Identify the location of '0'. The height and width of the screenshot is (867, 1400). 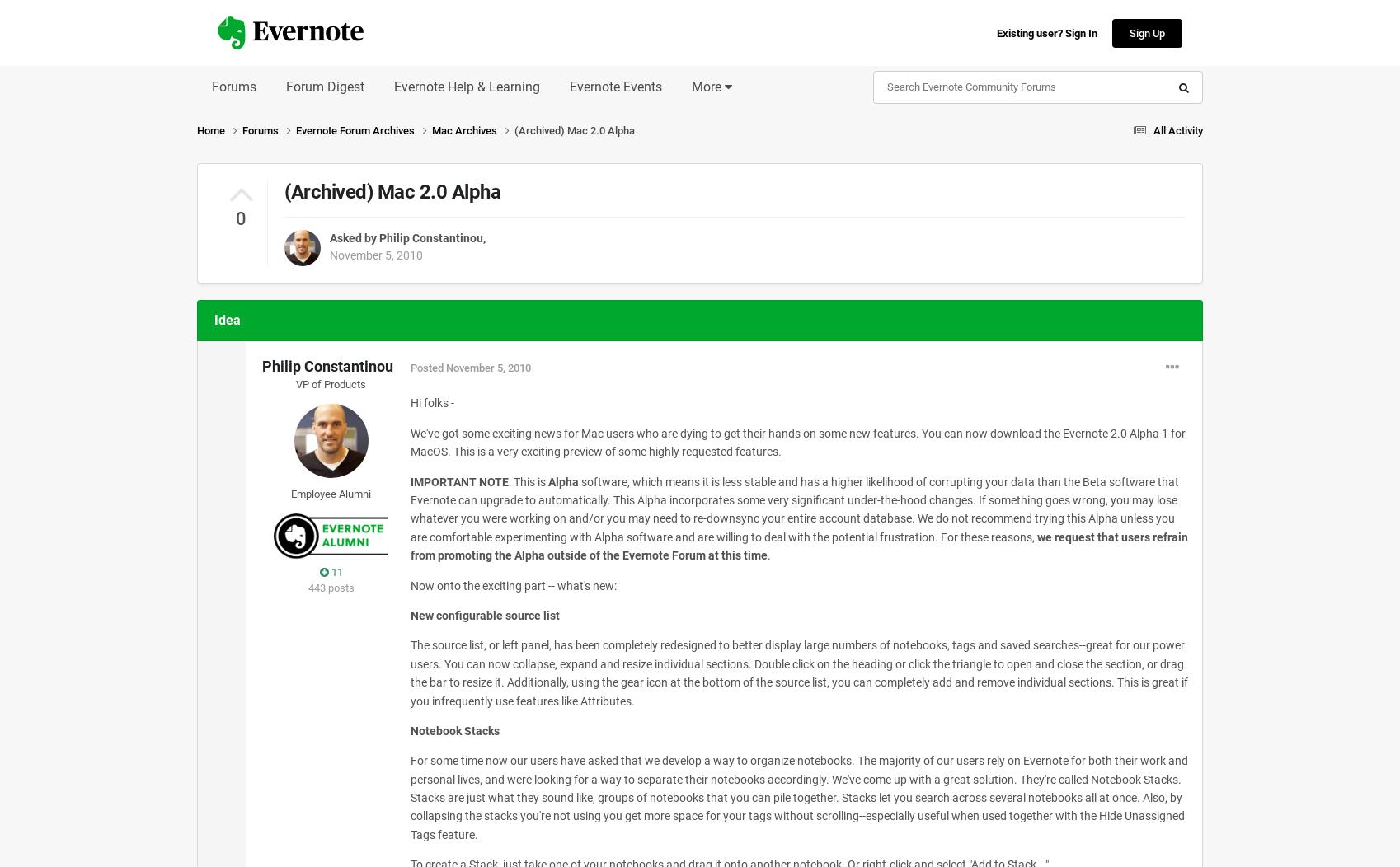
(239, 218).